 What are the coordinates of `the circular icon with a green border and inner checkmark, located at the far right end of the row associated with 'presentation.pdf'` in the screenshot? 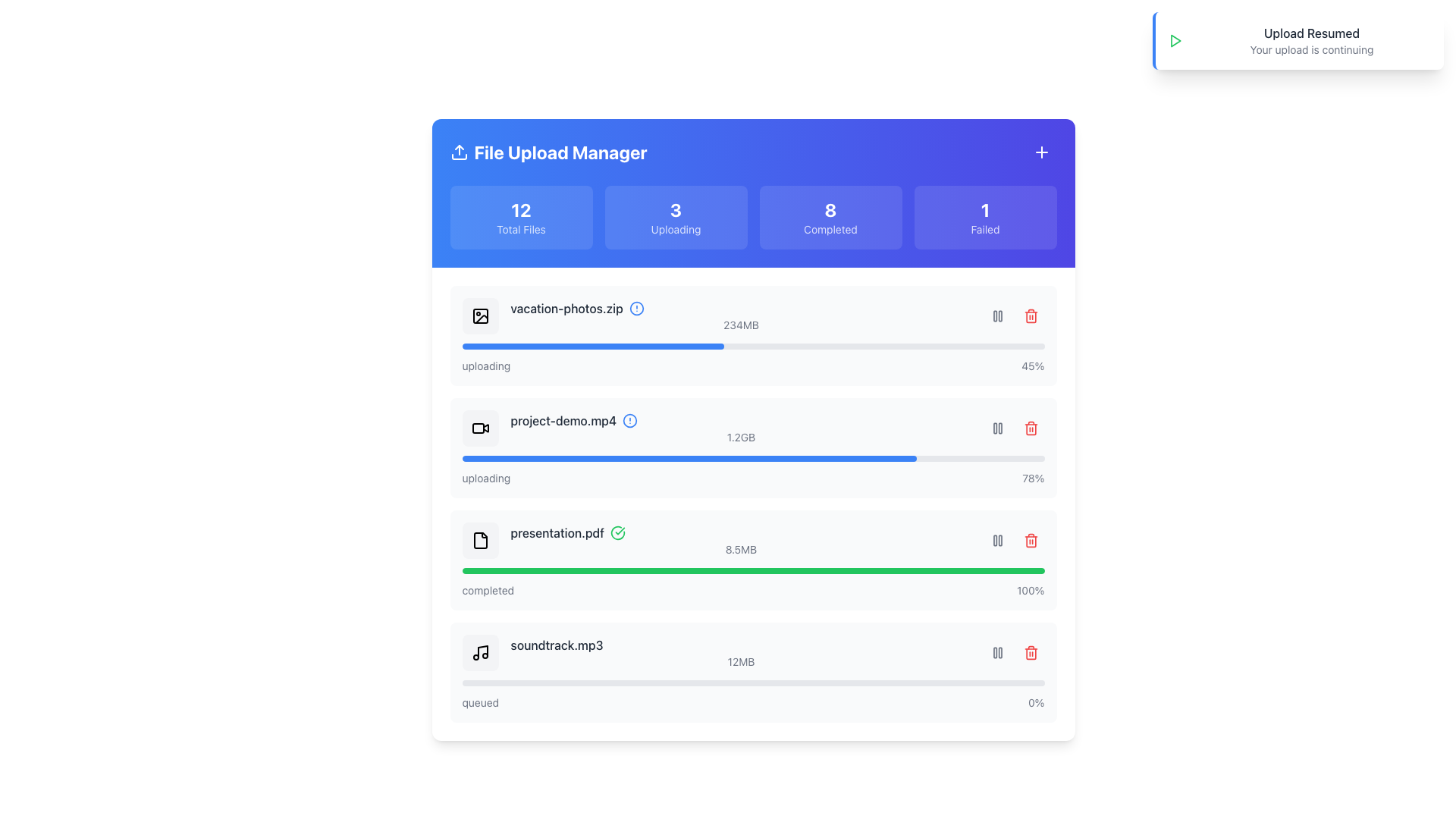 It's located at (618, 532).